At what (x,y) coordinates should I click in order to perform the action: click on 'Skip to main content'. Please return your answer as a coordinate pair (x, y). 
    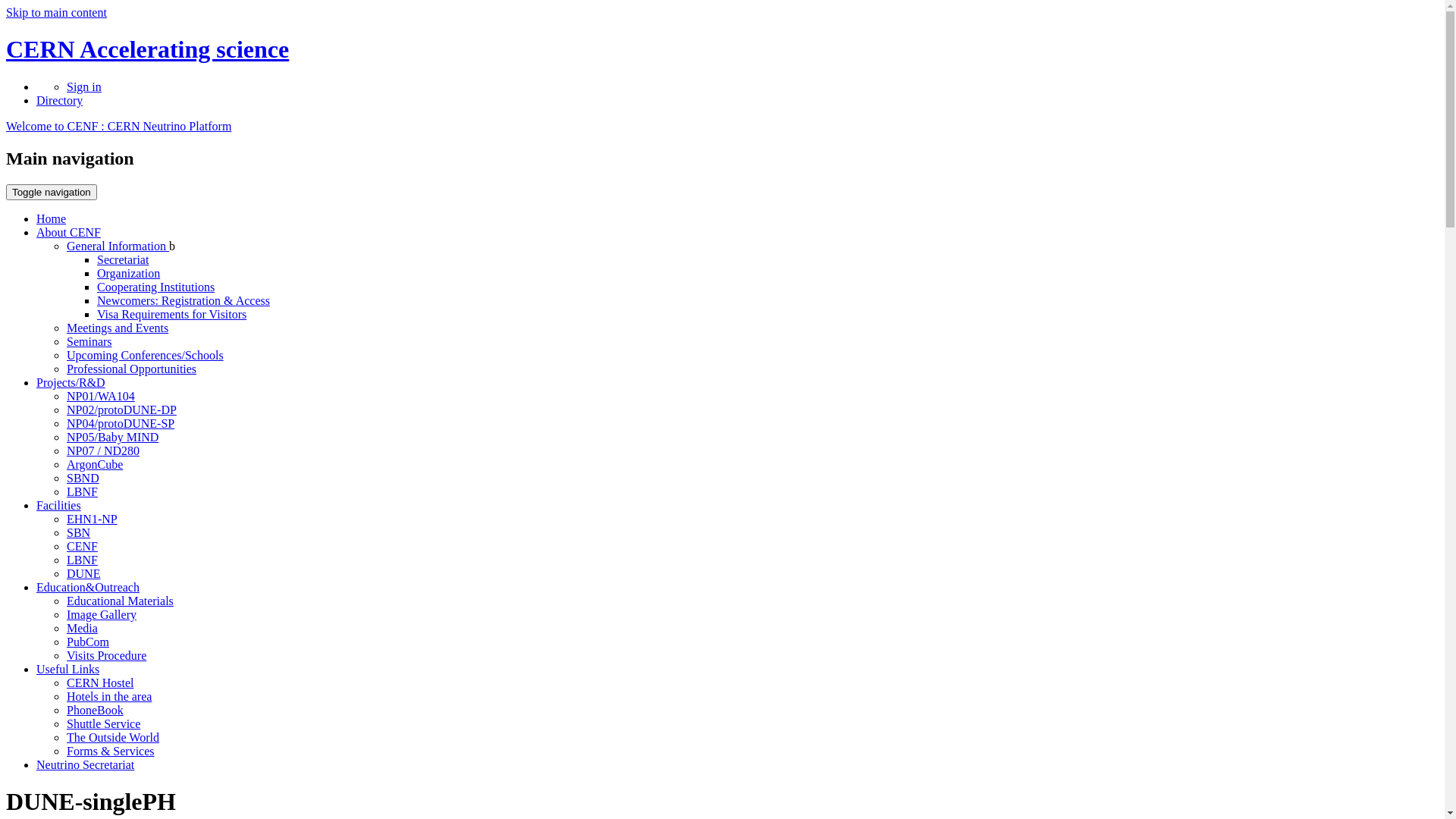
    Looking at the image, I should click on (56, 12).